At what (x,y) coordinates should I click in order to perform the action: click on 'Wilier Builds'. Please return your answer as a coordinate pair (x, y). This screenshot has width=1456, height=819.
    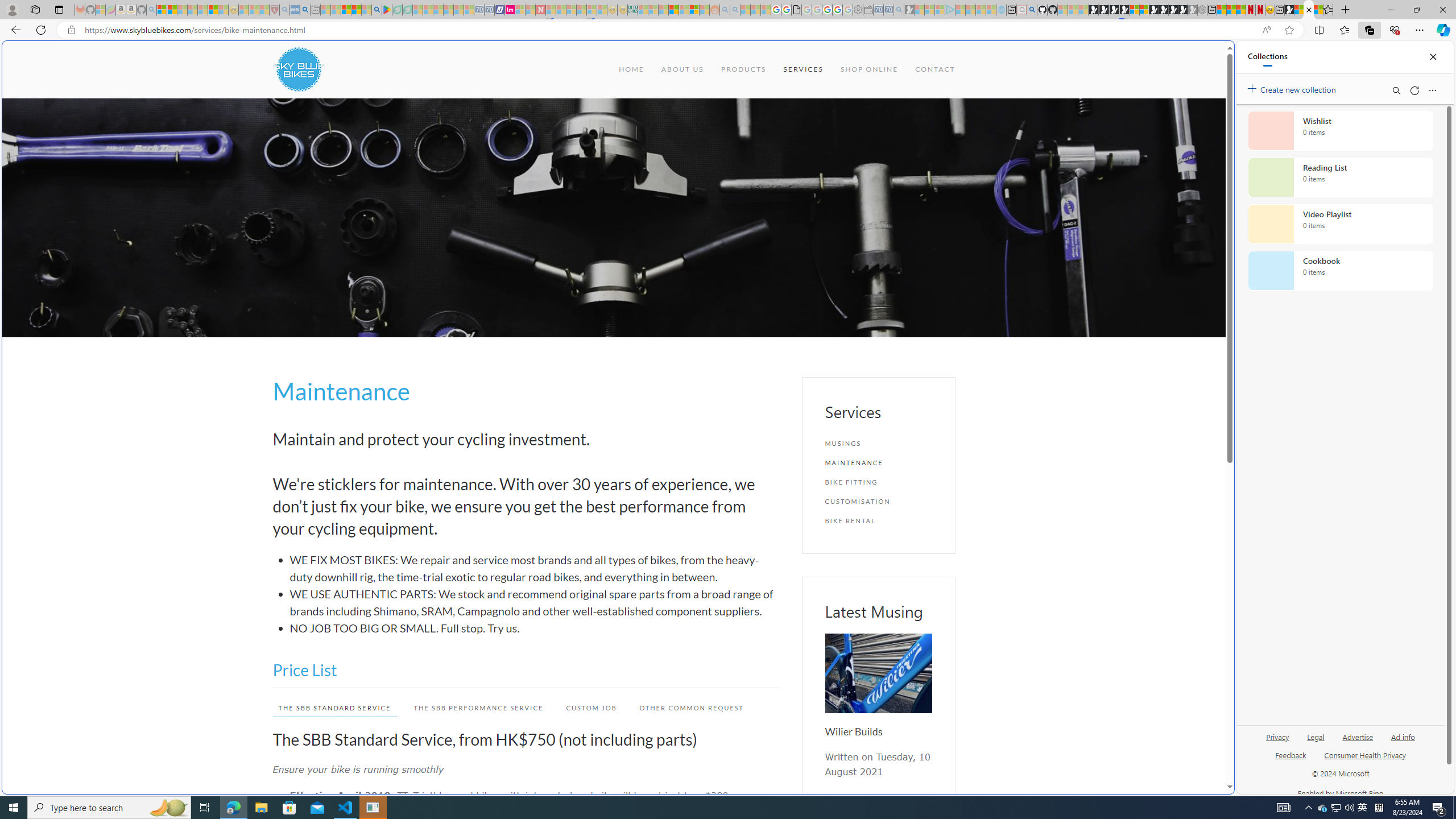
    Looking at the image, I should click on (877, 673).